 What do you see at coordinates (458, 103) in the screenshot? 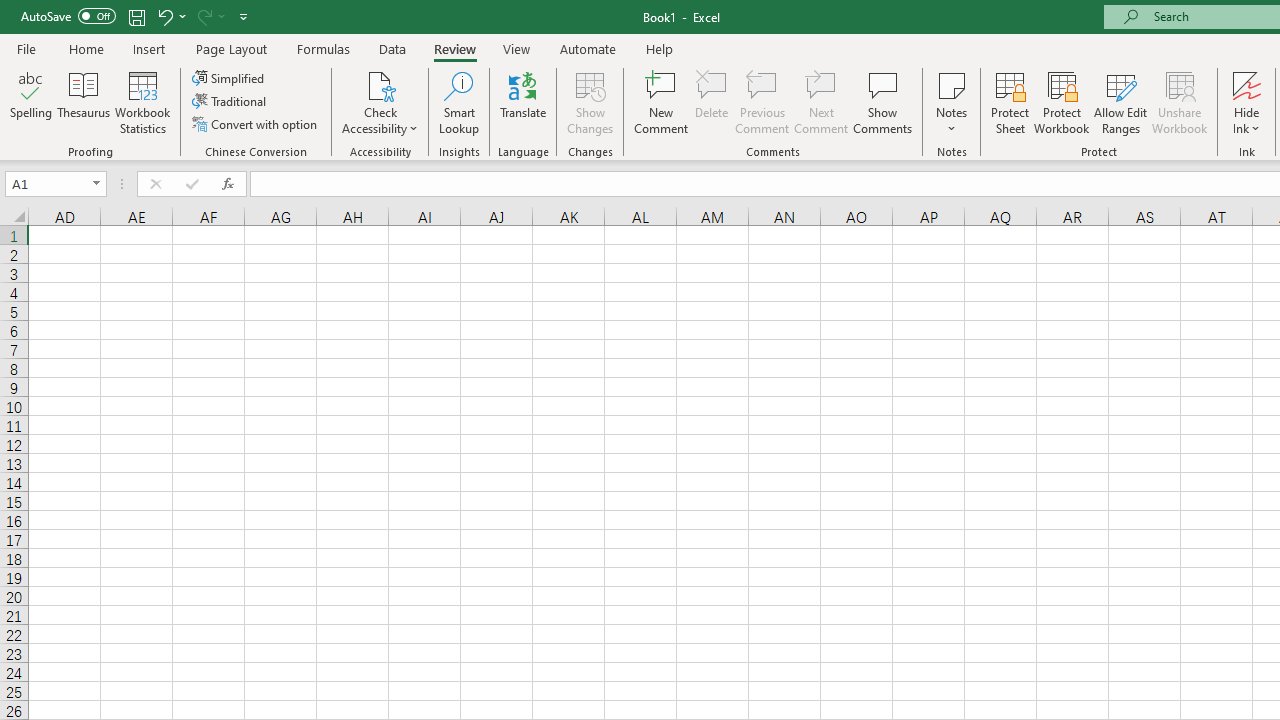
I see `'Smart Lookup'` at bounding box center [458, 103].